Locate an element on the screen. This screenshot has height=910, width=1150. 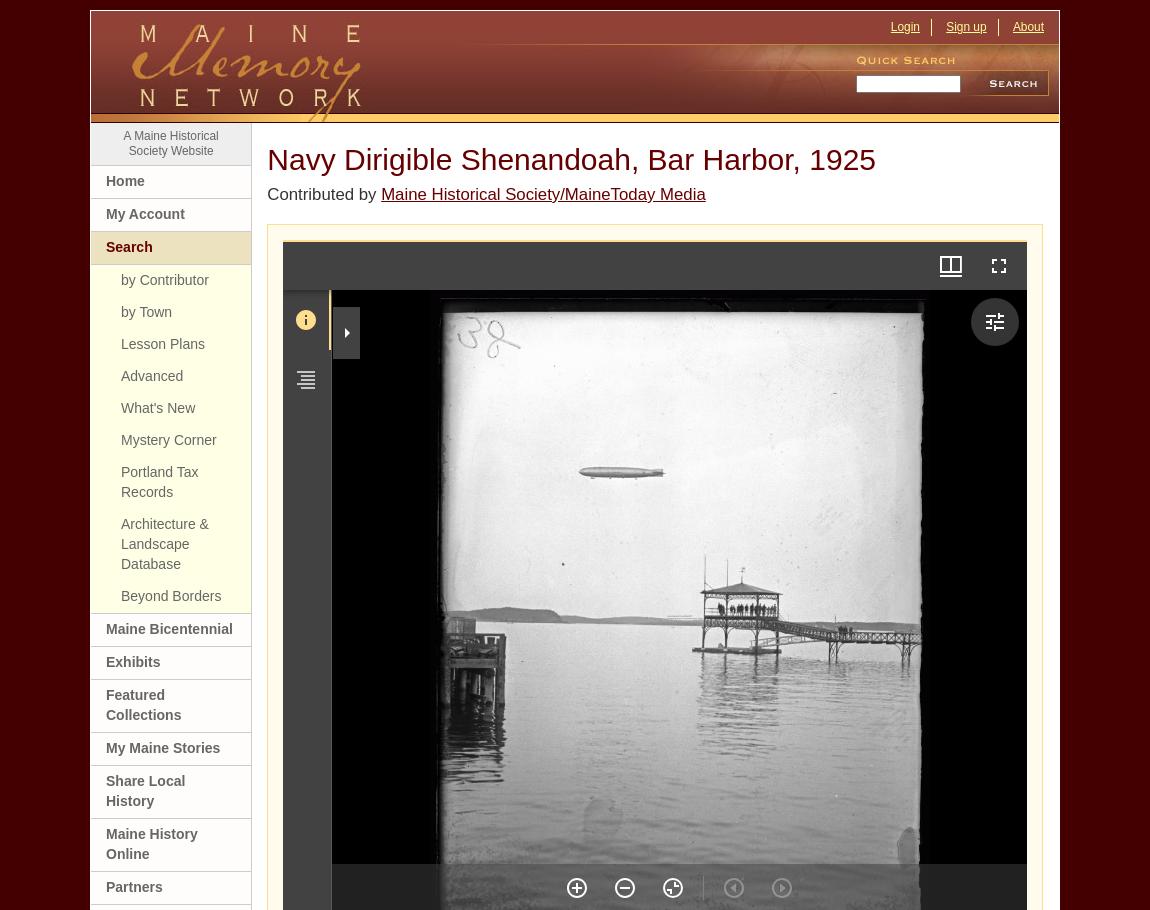
'Exhibits' is located at coordinates (132, 660).